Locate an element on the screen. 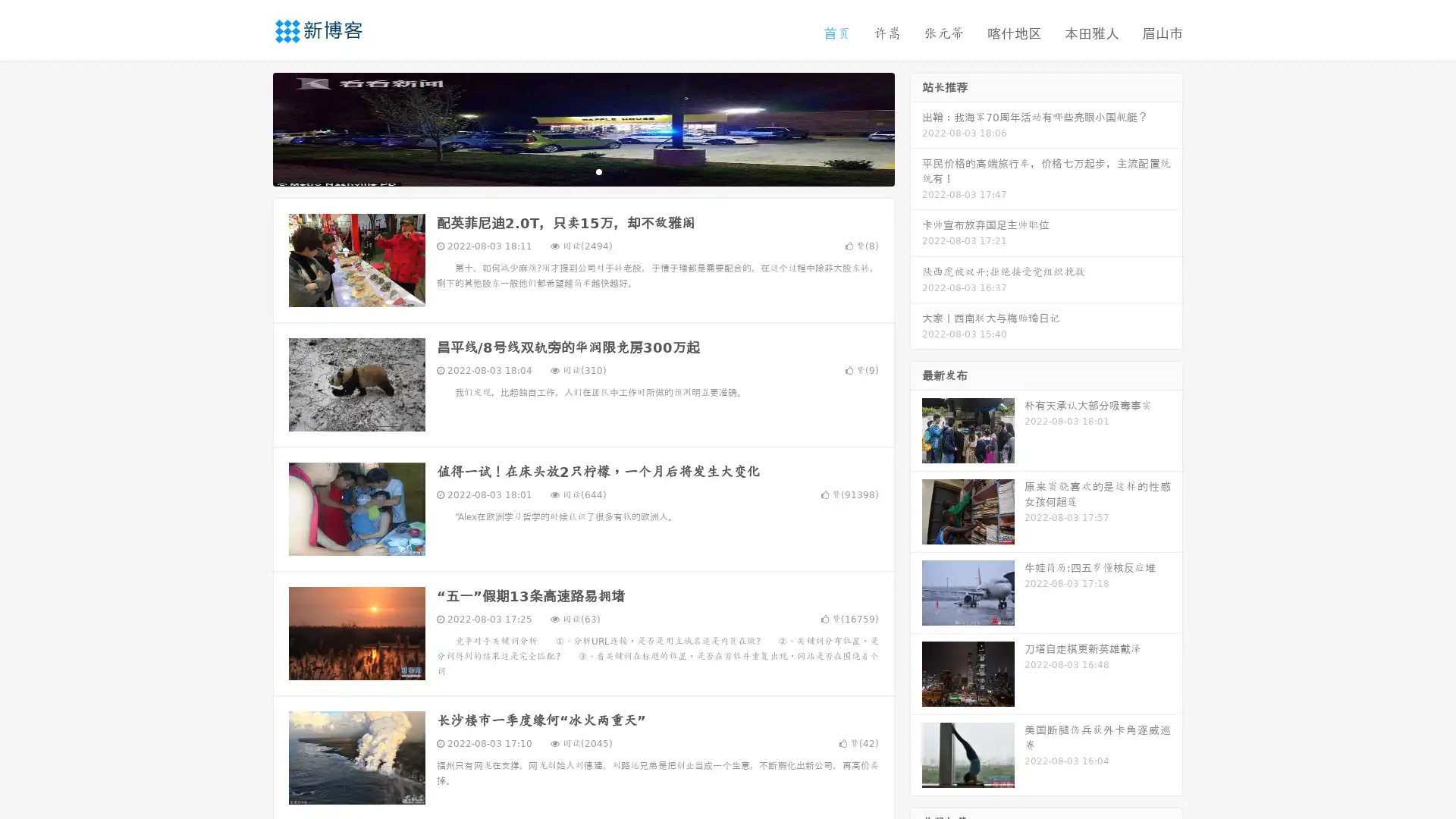 The image size is (1456, 819). Go to slide 3 is located at coordinates (598, 171).